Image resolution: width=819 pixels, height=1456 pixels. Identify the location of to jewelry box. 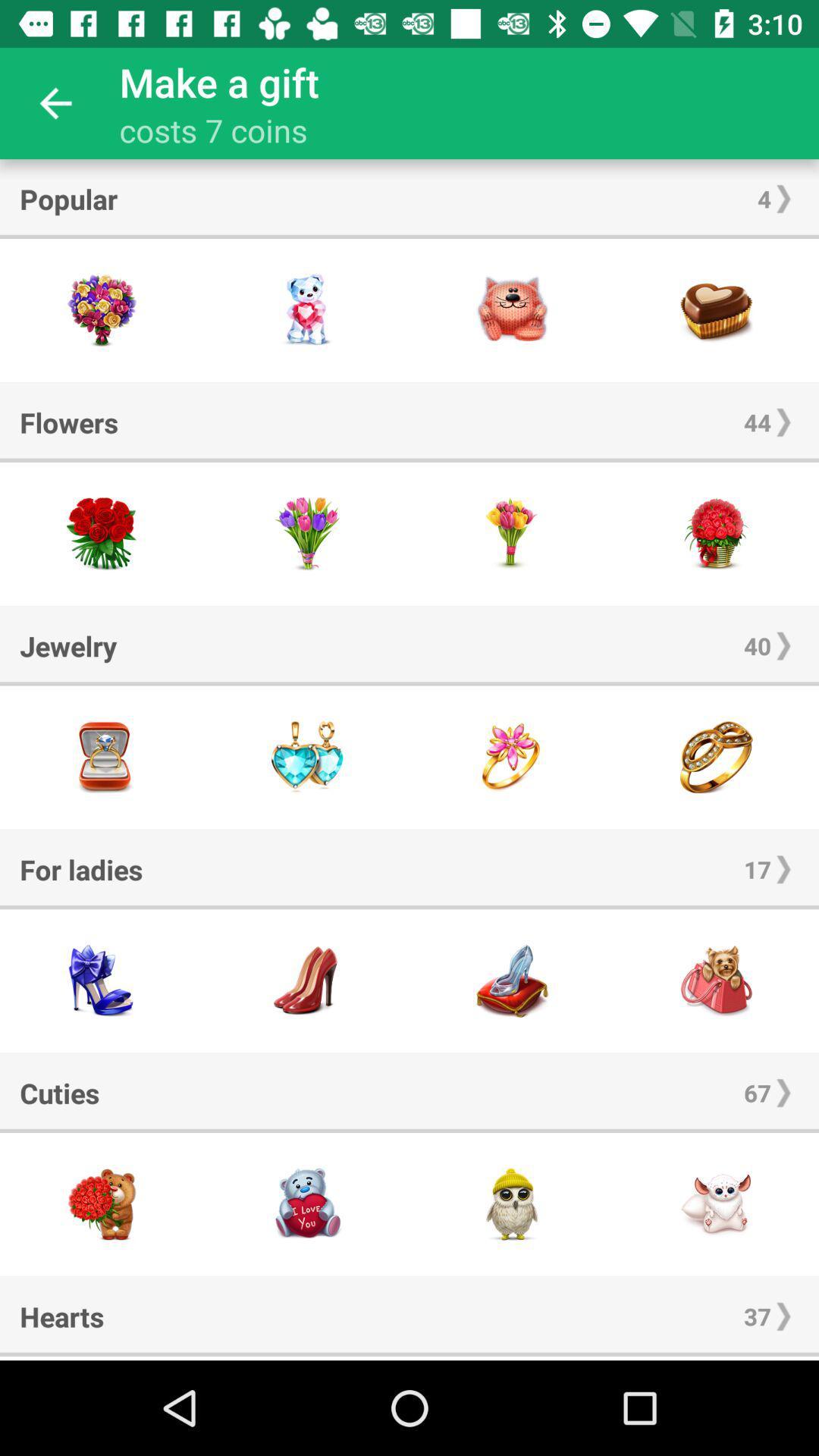
(102, 757).